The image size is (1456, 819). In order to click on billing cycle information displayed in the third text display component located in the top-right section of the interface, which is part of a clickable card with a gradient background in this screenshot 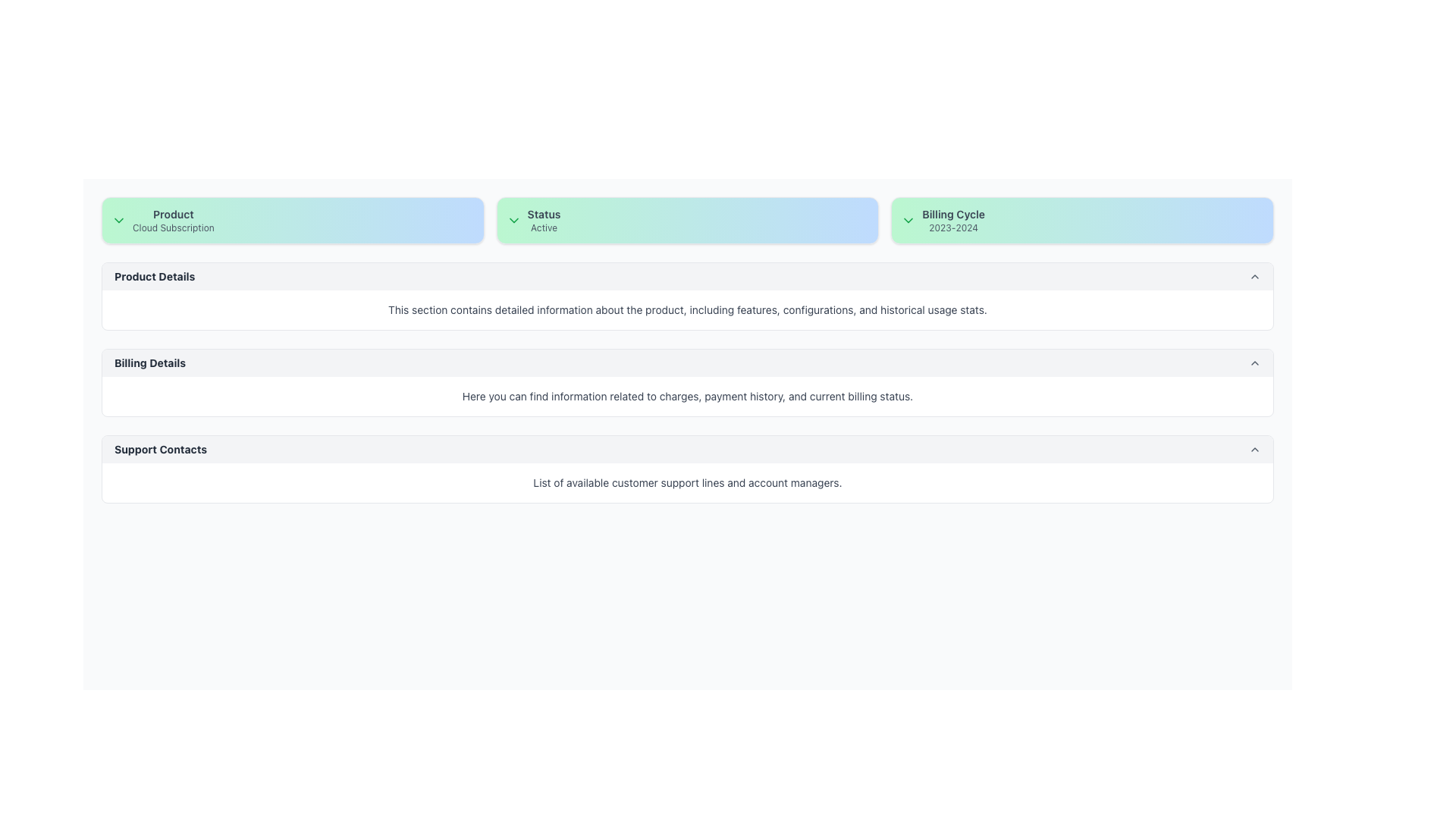, I will do `click(952, 220)`.